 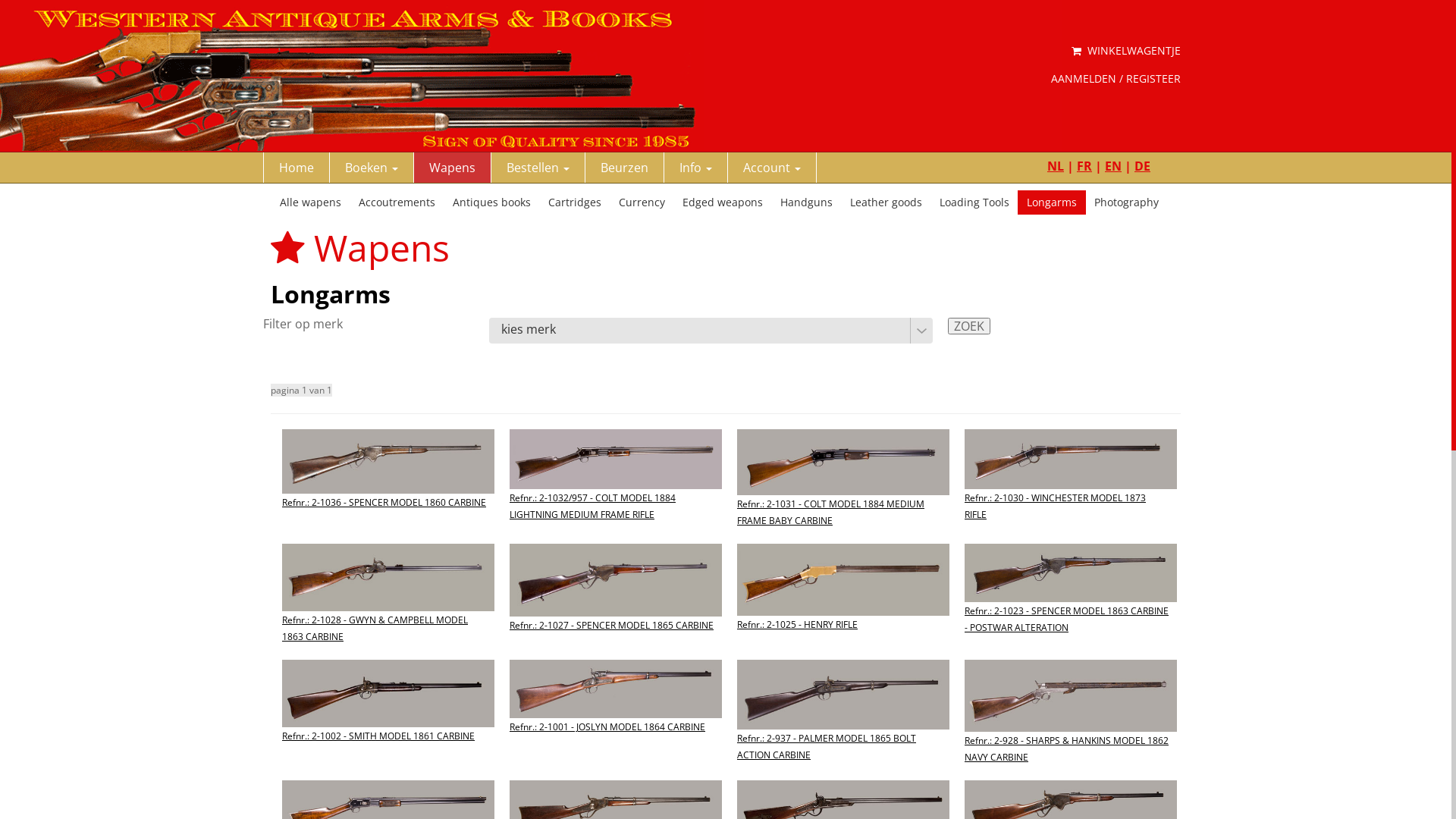 I want to click on 'Longarms', so click(x=1051, y=201).